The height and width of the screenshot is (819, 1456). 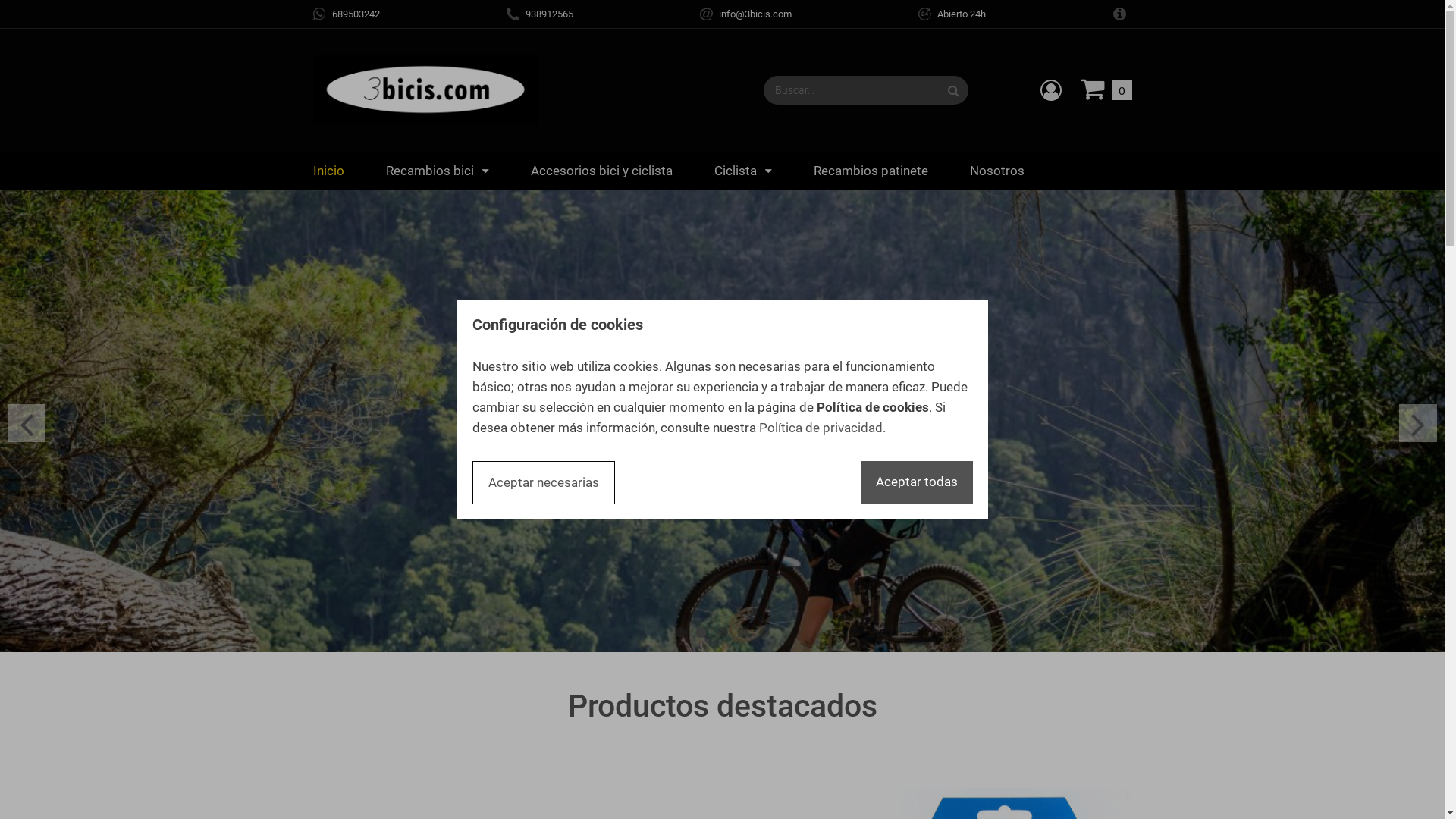 What do you see at coordinates (742, 170) in the screenshot?
I see `'Ciclista'` at bounding box center [742, 170].